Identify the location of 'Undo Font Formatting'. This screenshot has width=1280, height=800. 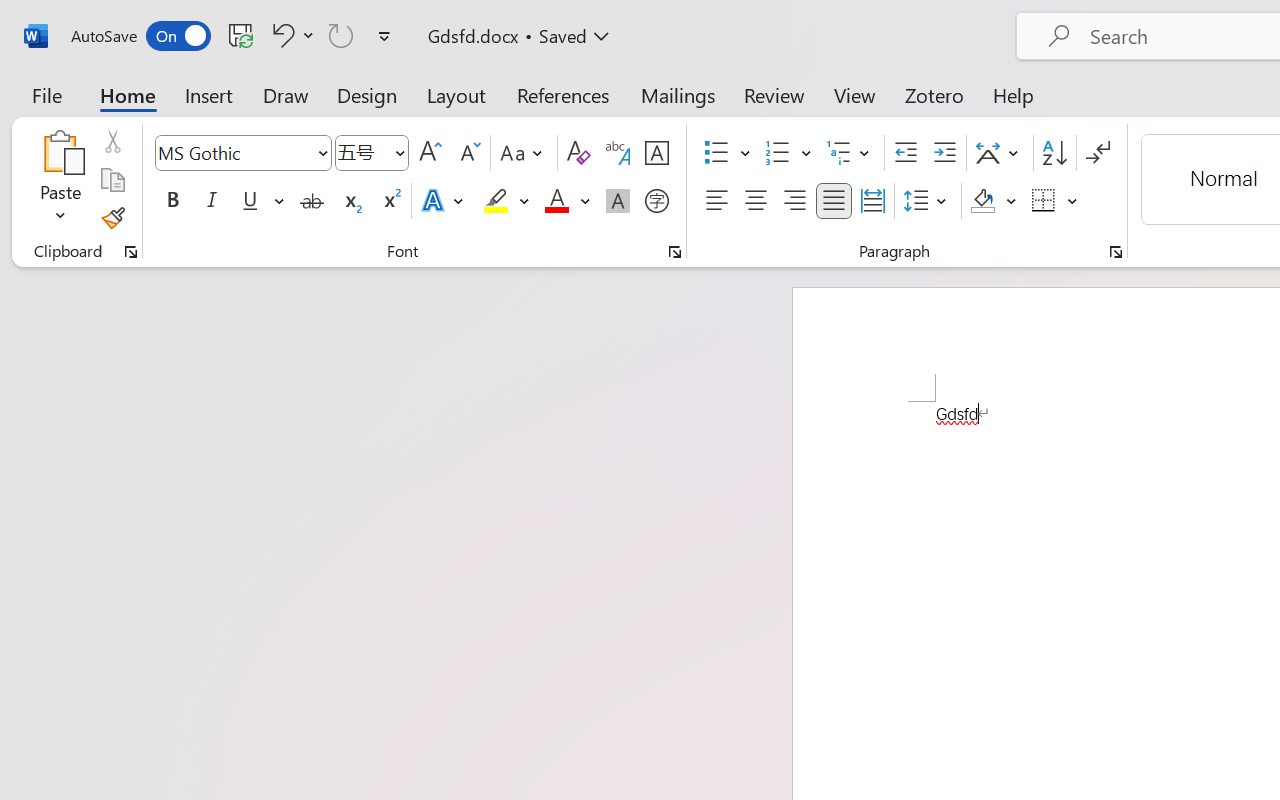
(279, 34).